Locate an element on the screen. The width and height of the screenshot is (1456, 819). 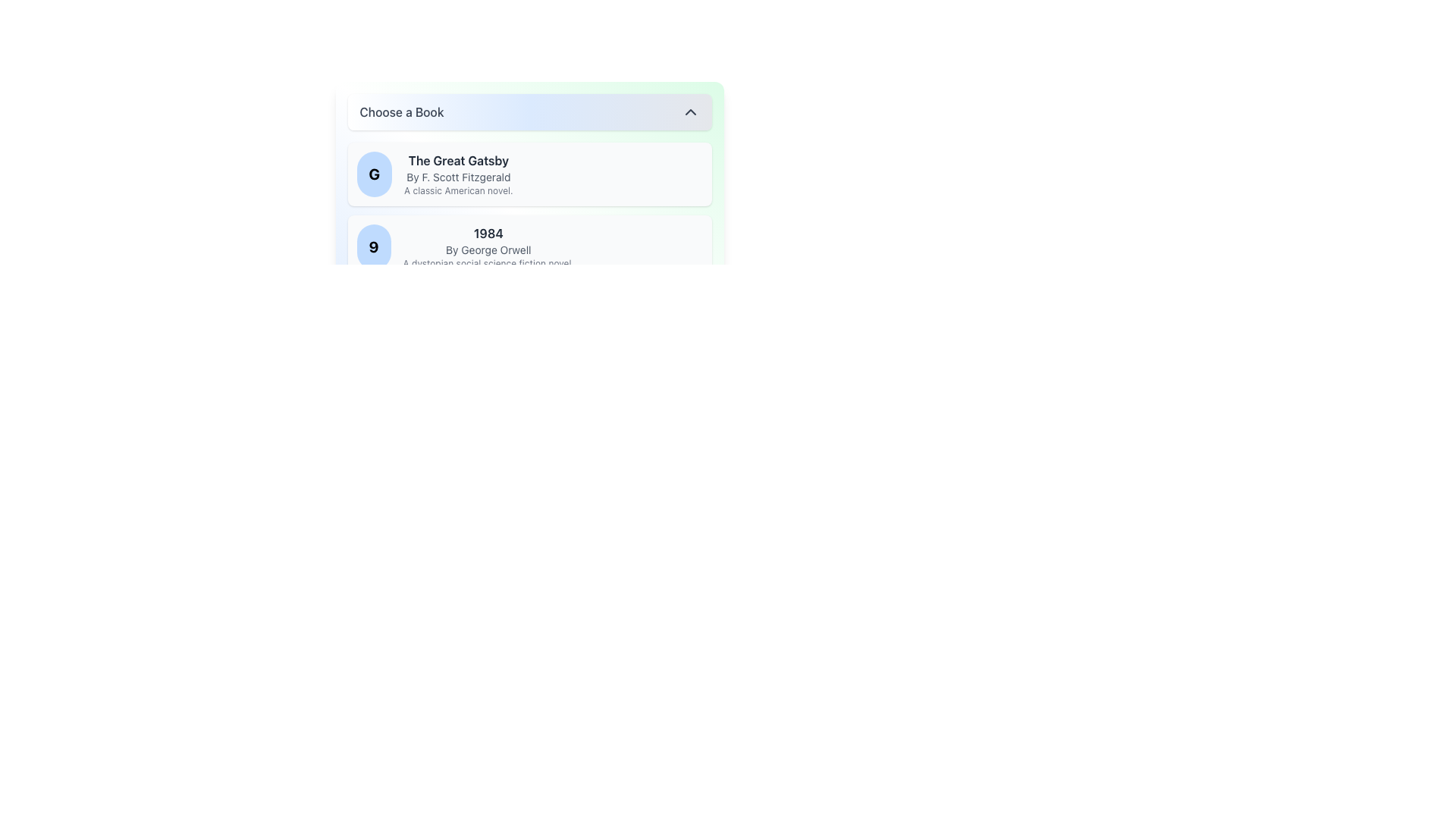
the text label 'By George Orwell' which is displayed in a smaller grayish font and positioned below the title '1984' is located at coordinates (488, 249).